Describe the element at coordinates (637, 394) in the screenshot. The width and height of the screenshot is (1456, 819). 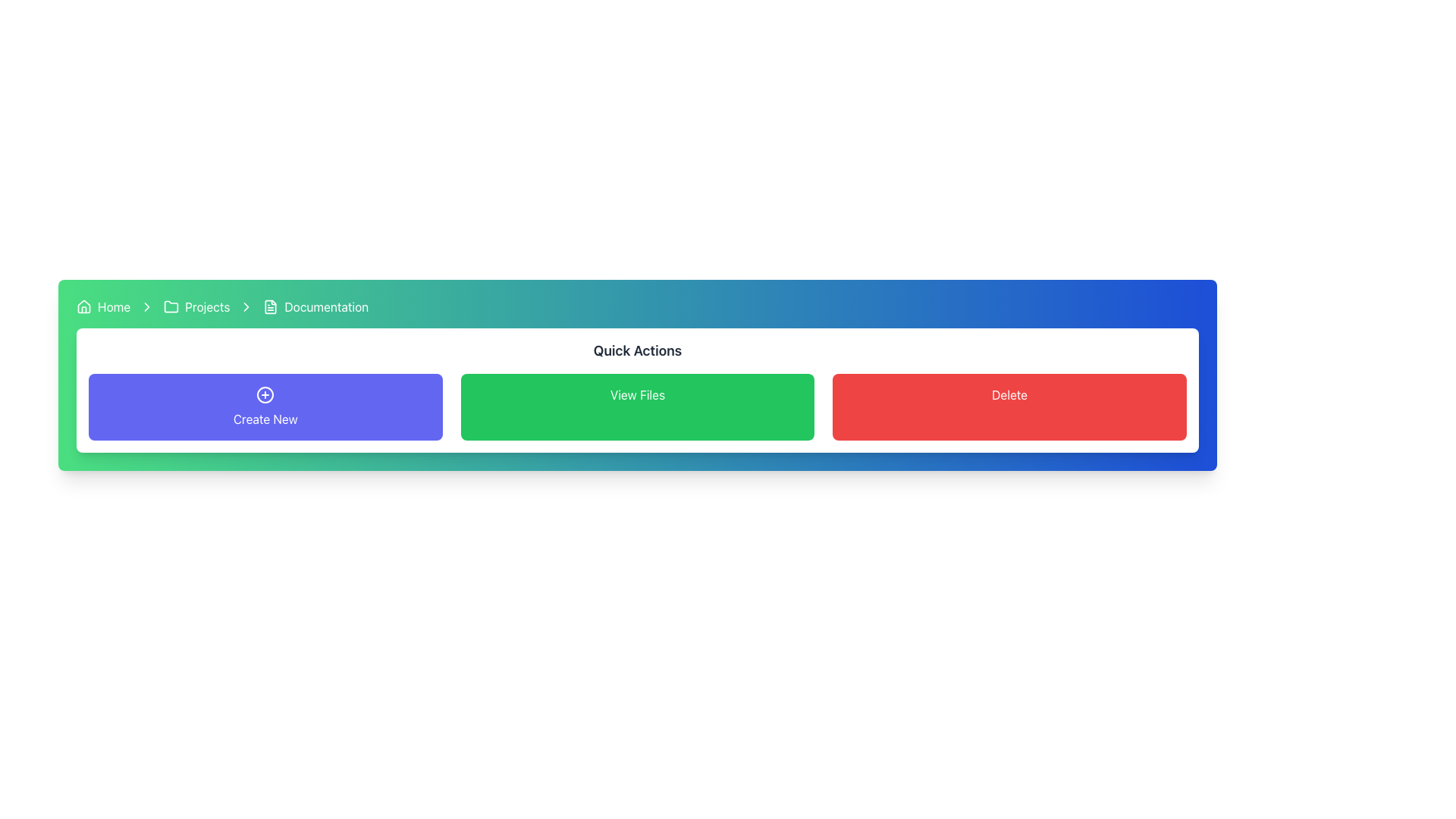
I see `the text label that indicates the purpose of the green 'View Files' button, which is positioned between the 'Create New' button and the 'Delete' button in the 'Quick Actions' row` at that location.